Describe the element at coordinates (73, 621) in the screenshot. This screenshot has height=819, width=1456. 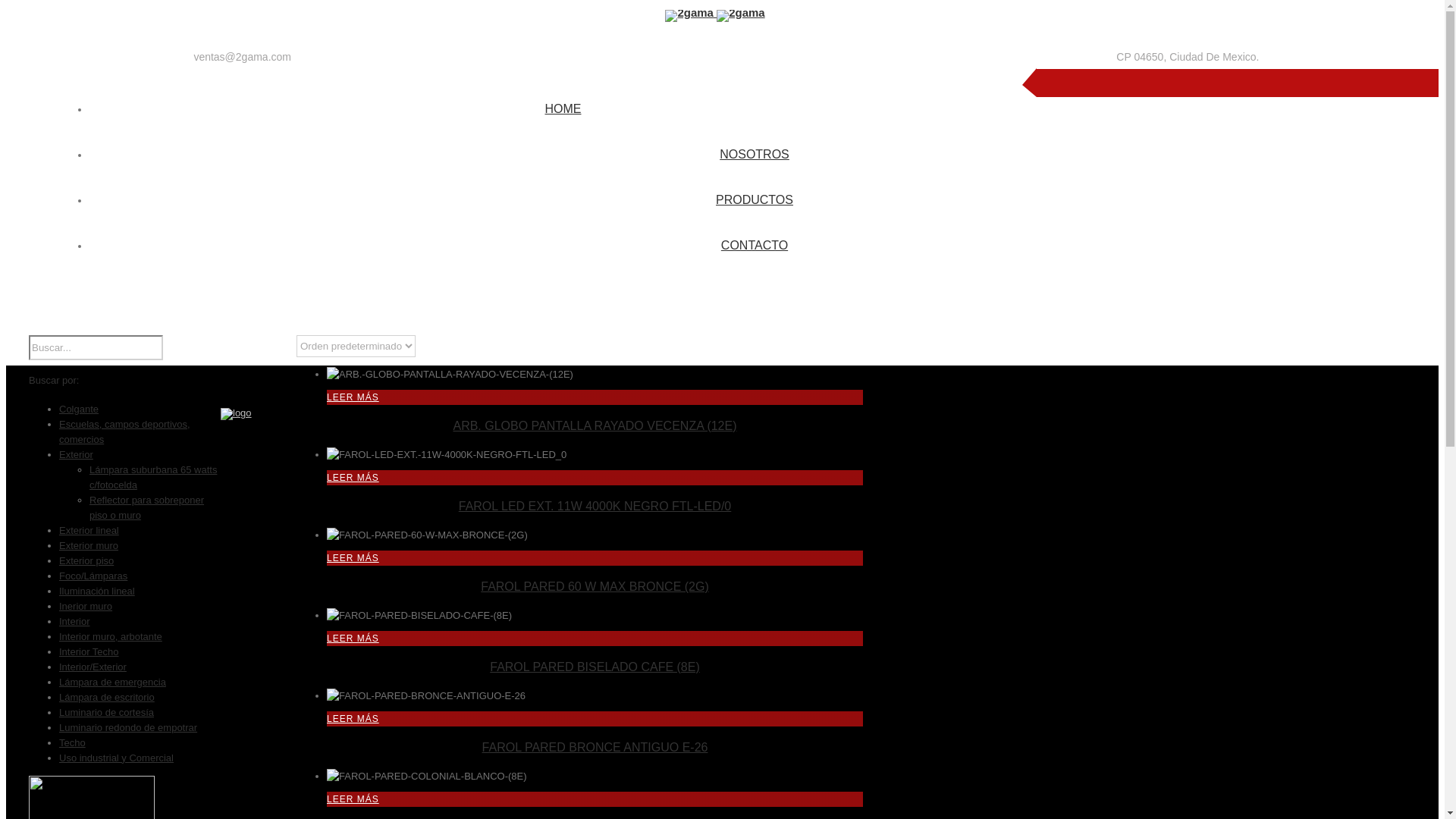
I see `'Interior'` at that location.